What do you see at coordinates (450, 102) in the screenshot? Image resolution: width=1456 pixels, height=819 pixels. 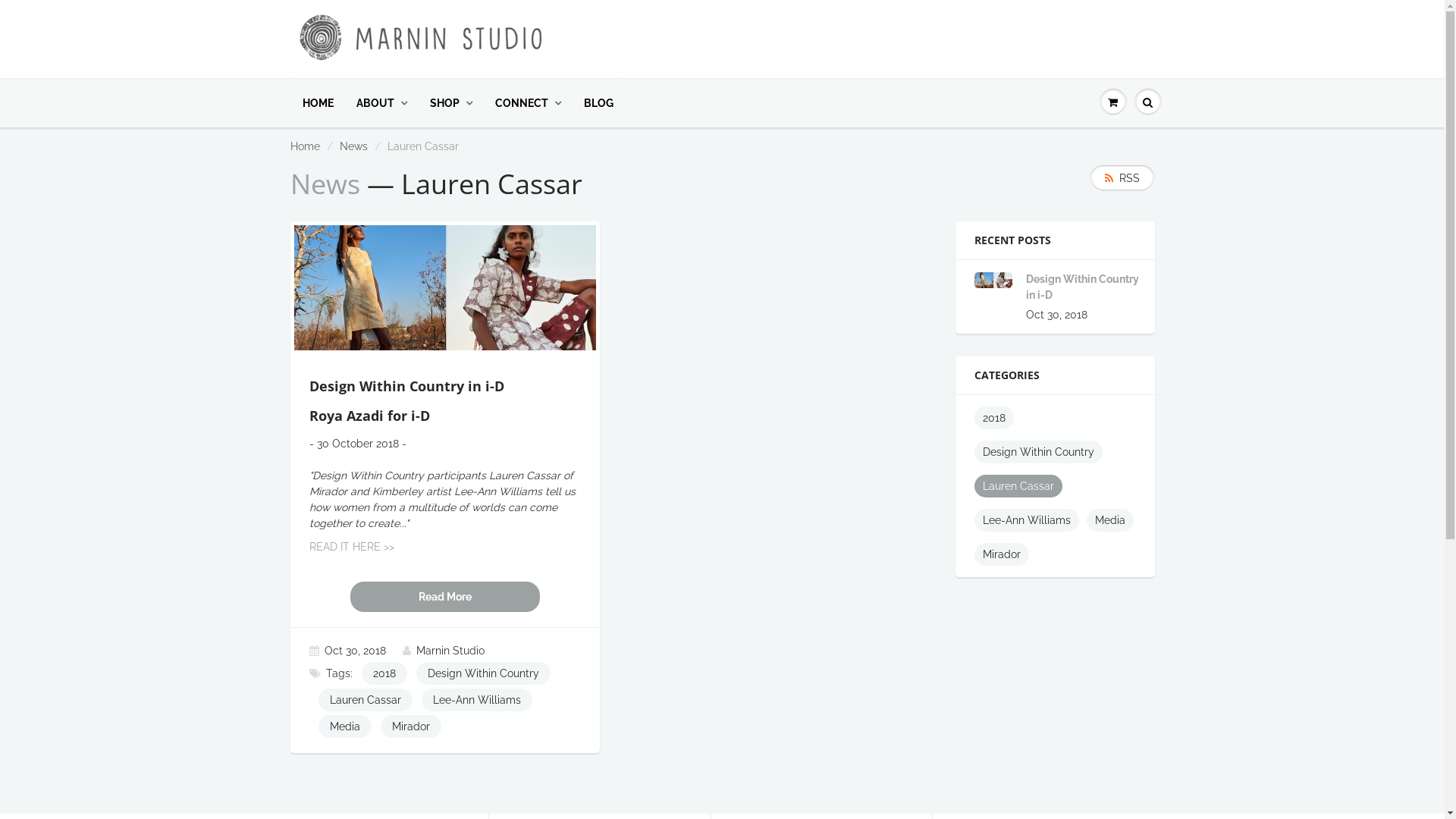 I see `'SHOP'` at bounding box center [450, 102].